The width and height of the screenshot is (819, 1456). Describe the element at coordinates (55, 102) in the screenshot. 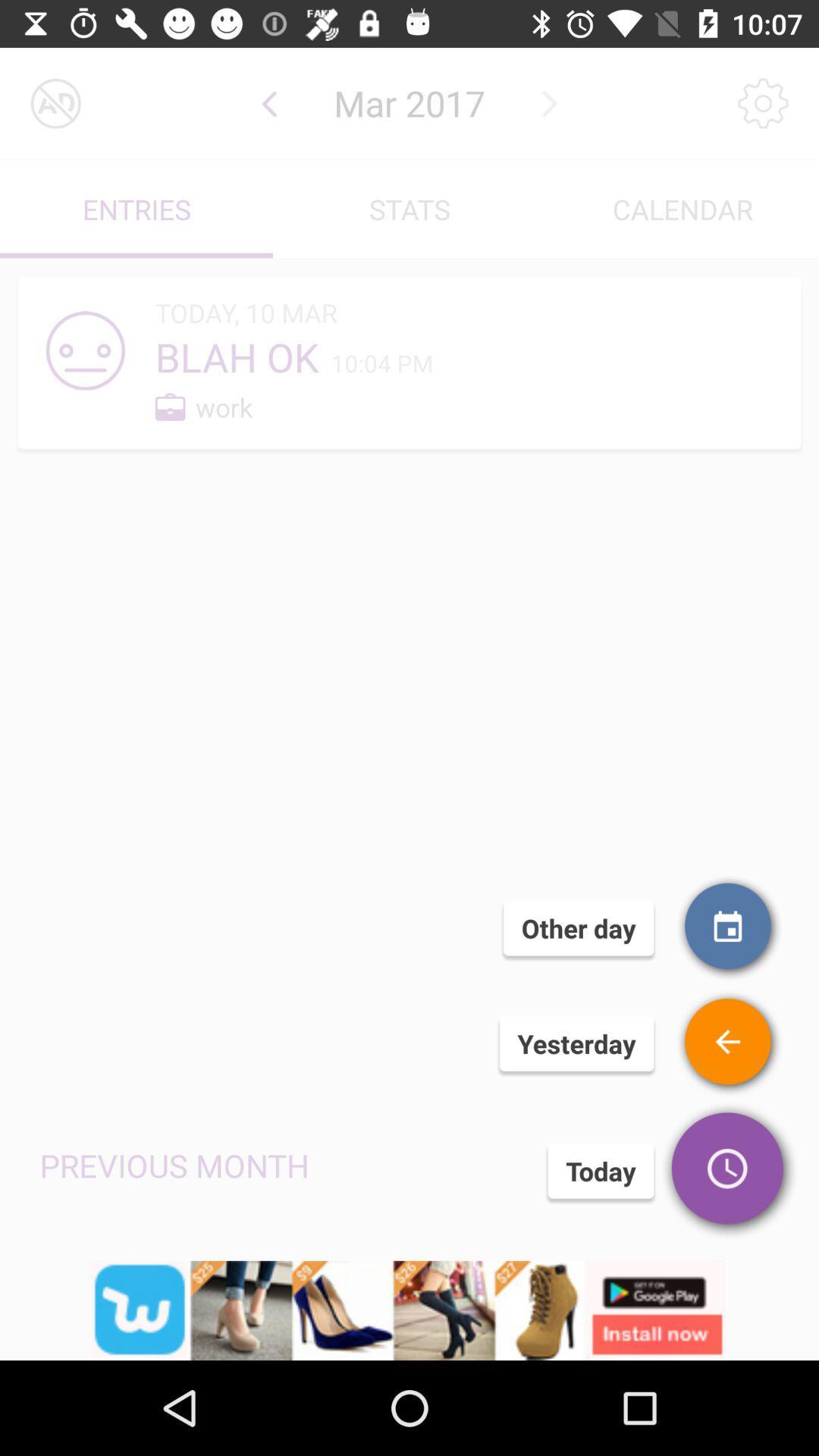

I see `option` at that location.